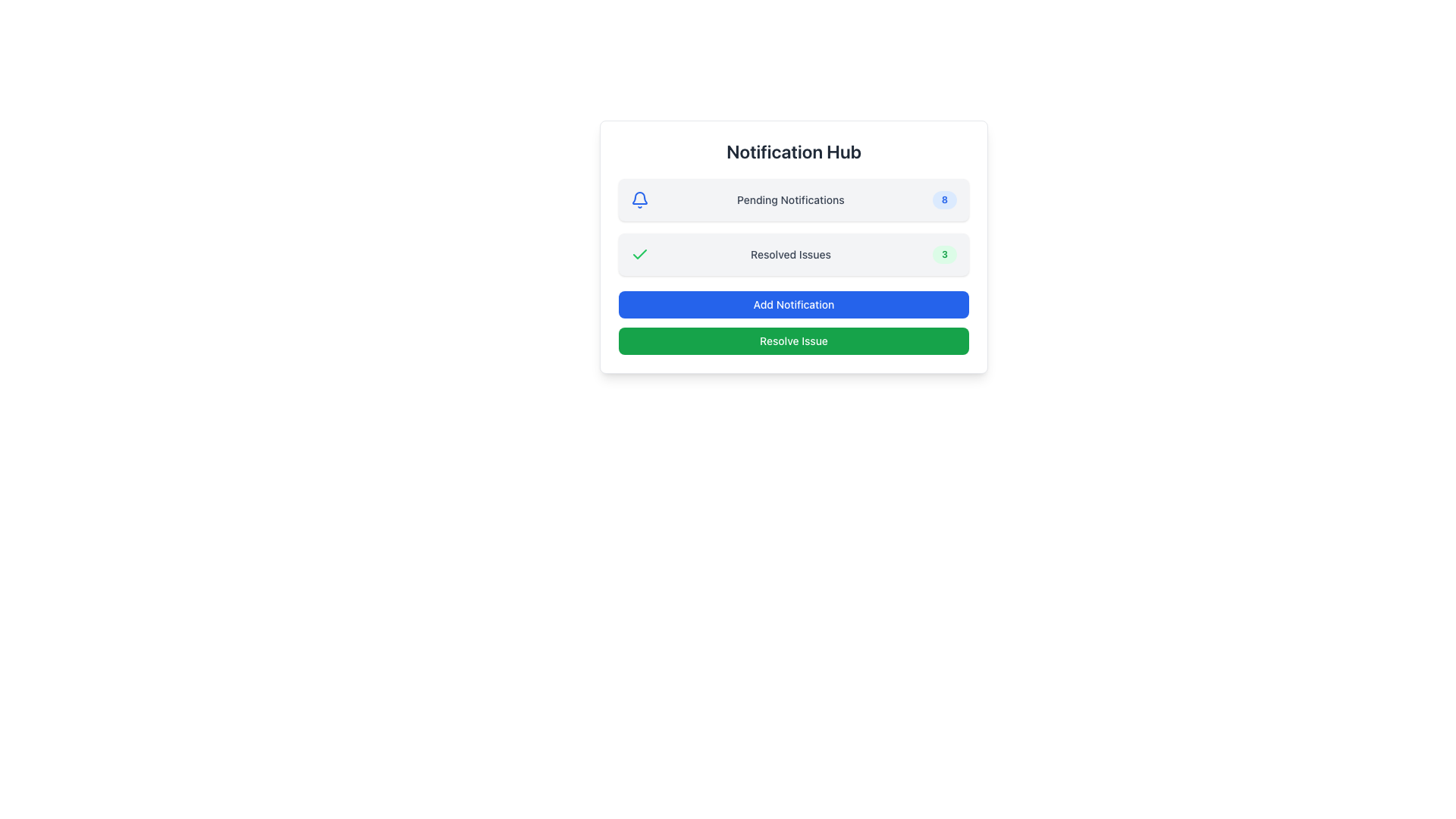  I want to click on the button located below the 'Add Notification' button to potentially see a color change, so click(792, 341).